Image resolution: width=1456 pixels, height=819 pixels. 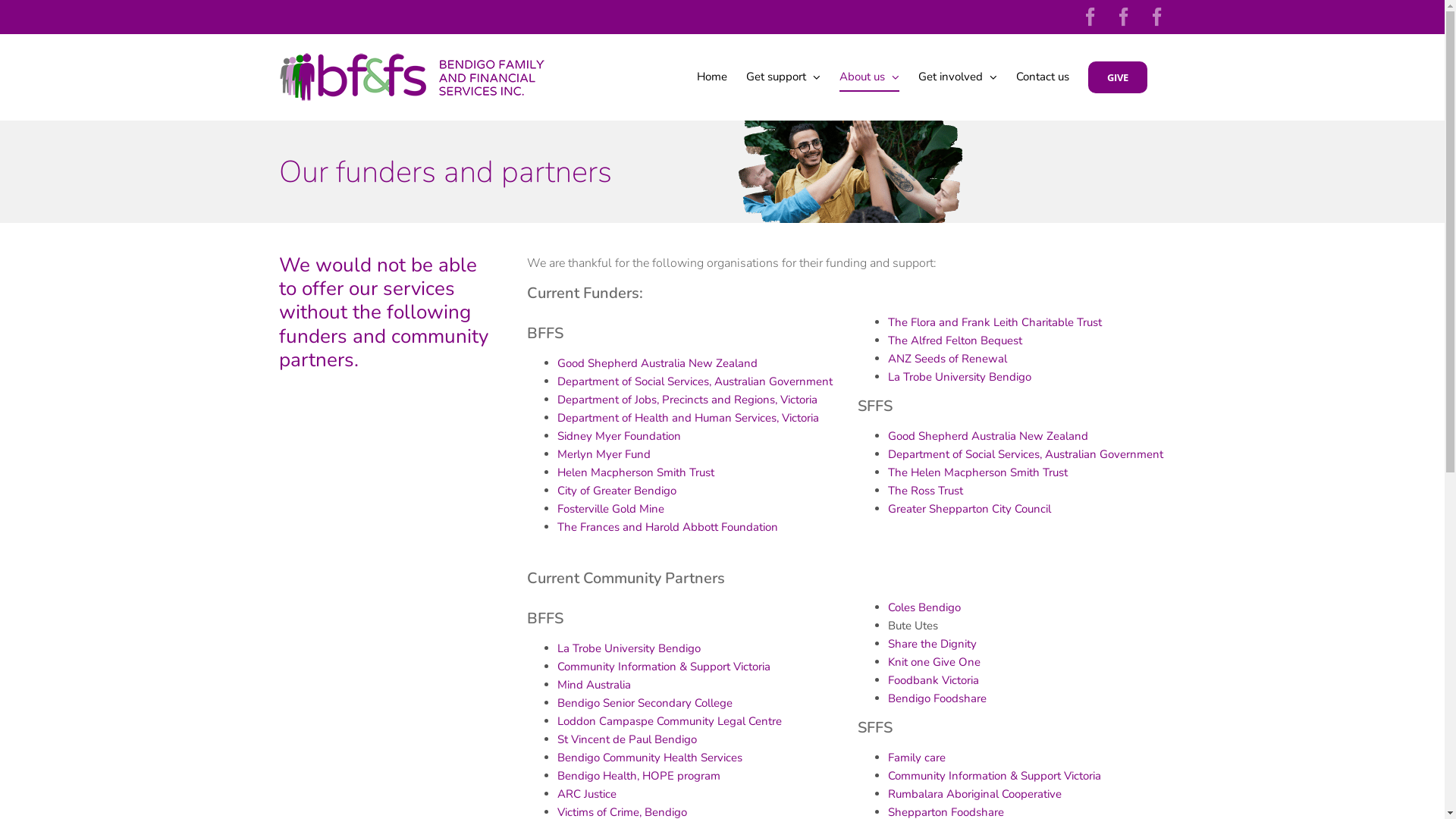 What do you see at coordinates (619, 435) in the screenshot?
I see `'Sidney Myer Foundation'` at bounding box center [619, 435].